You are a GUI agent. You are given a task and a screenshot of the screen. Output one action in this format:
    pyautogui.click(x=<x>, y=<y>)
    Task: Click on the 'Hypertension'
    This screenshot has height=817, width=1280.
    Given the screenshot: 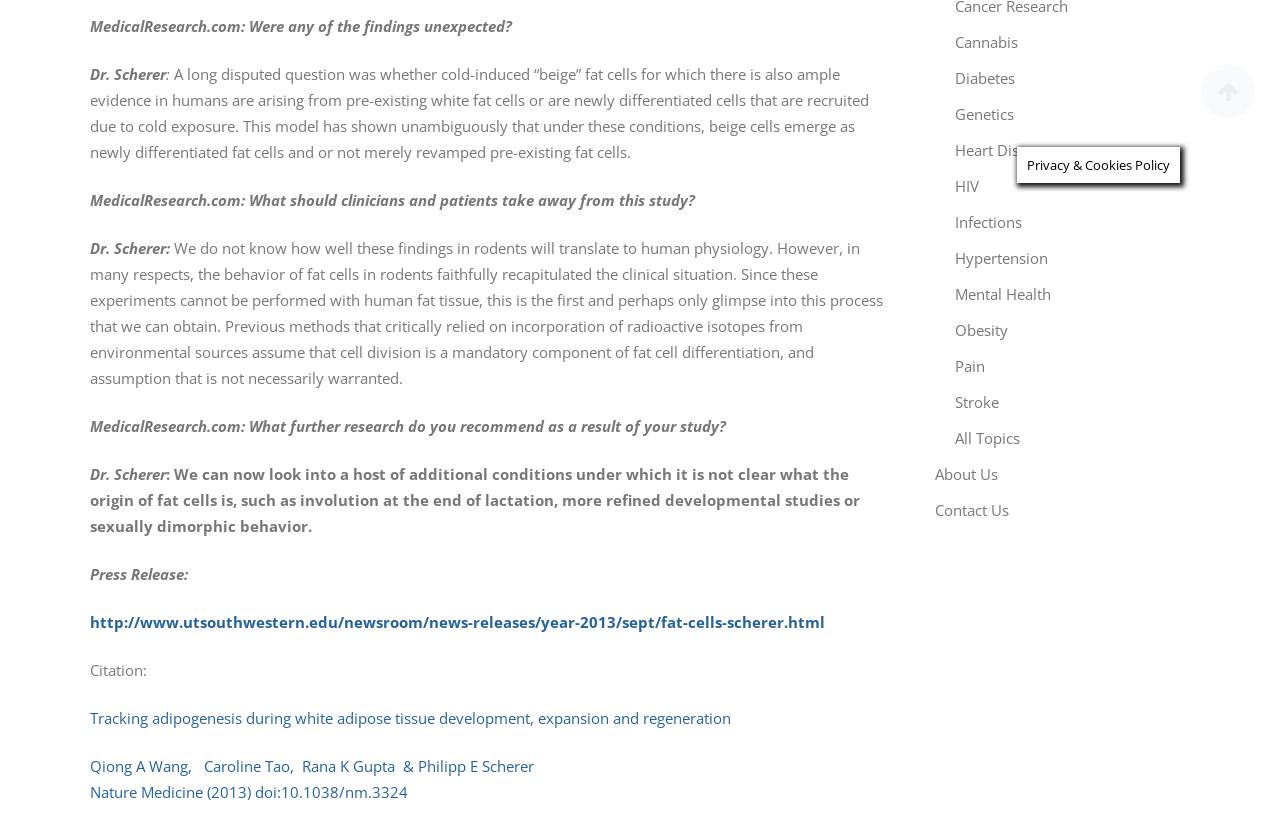 What is the action you would take?
    pyautogui.click(x=1001, y=258)
    